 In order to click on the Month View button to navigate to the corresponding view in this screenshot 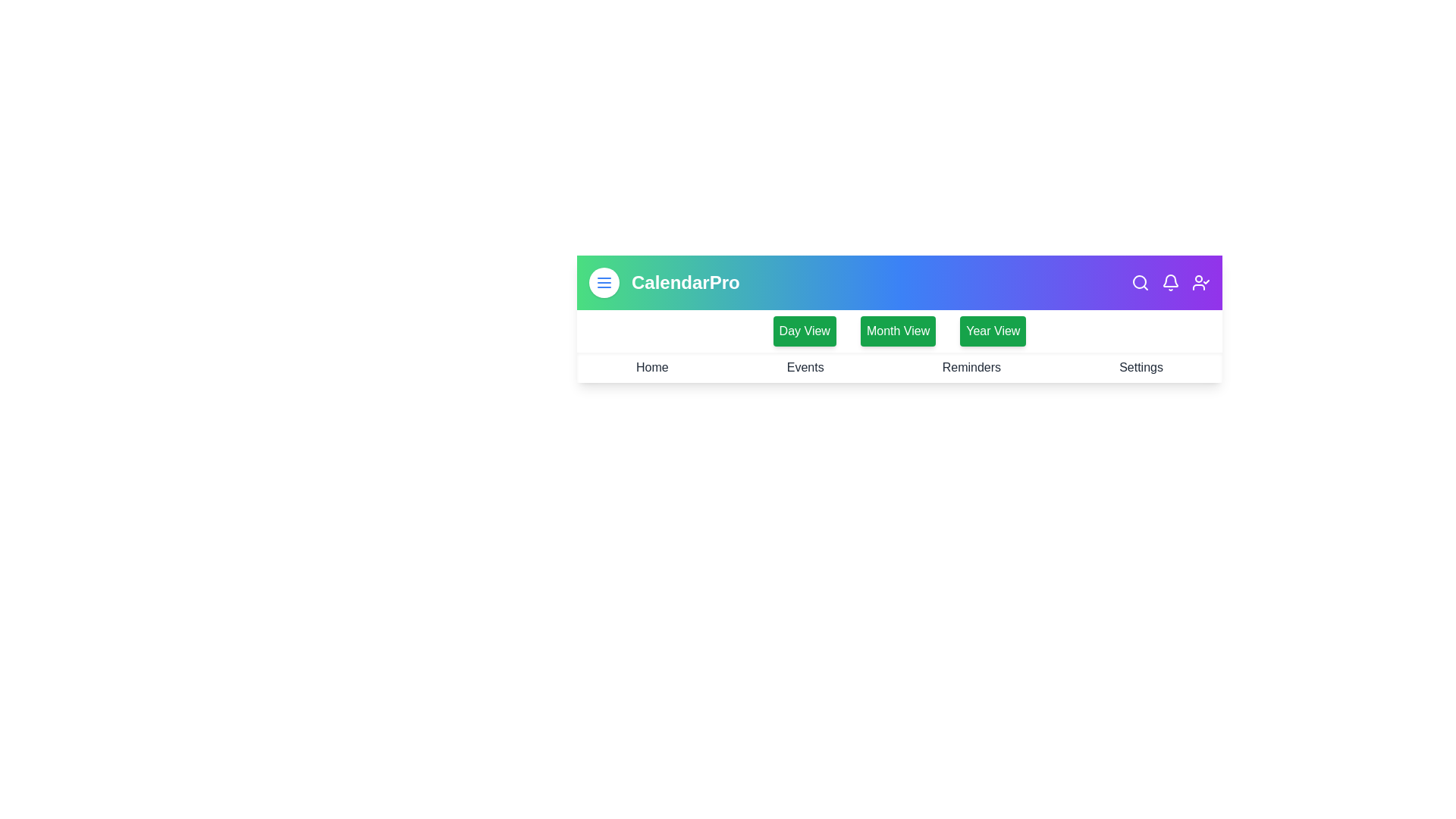, I will do `click(898, 330)`.